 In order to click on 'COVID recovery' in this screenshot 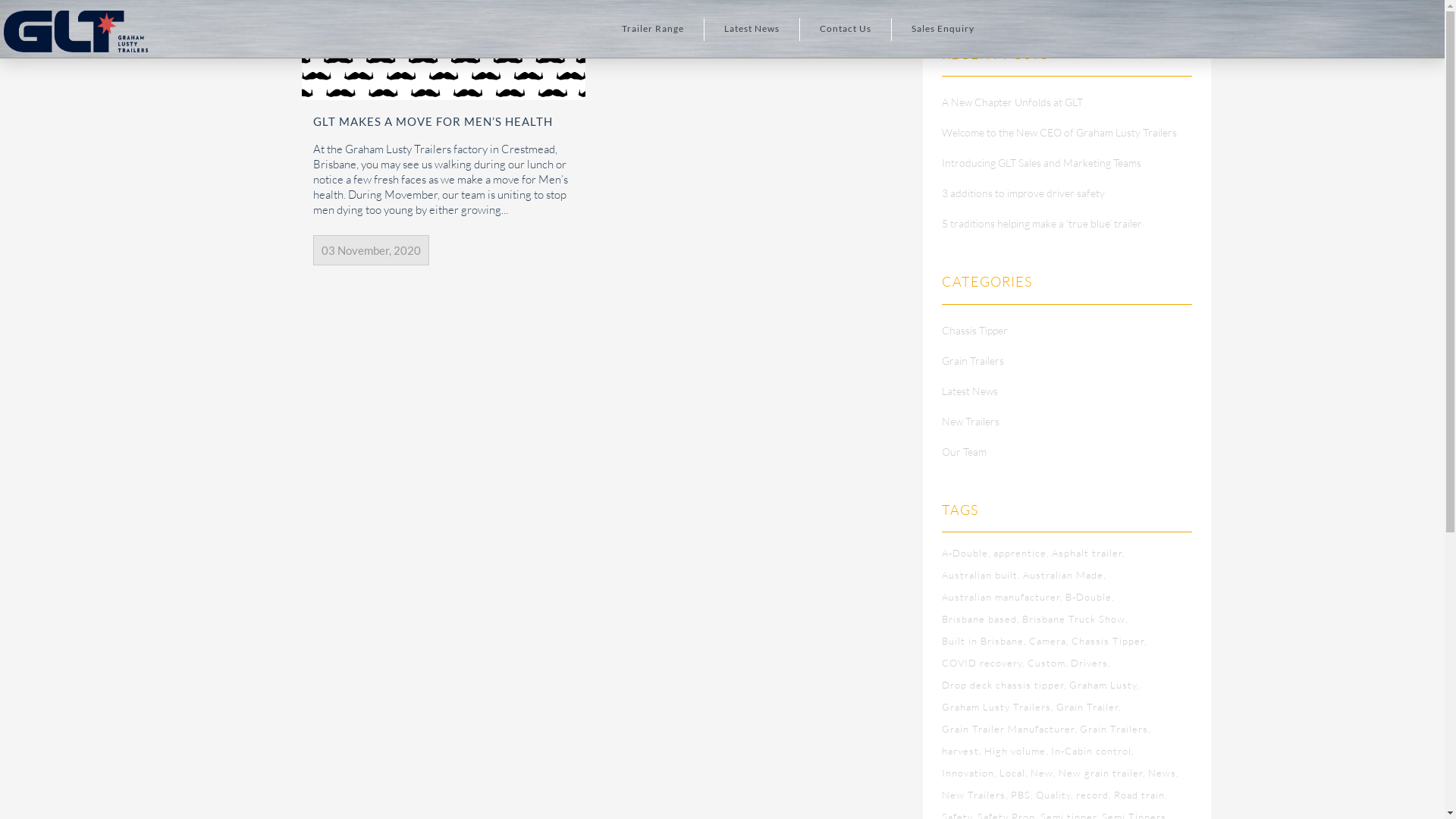, I will do `click(941, 662)`.